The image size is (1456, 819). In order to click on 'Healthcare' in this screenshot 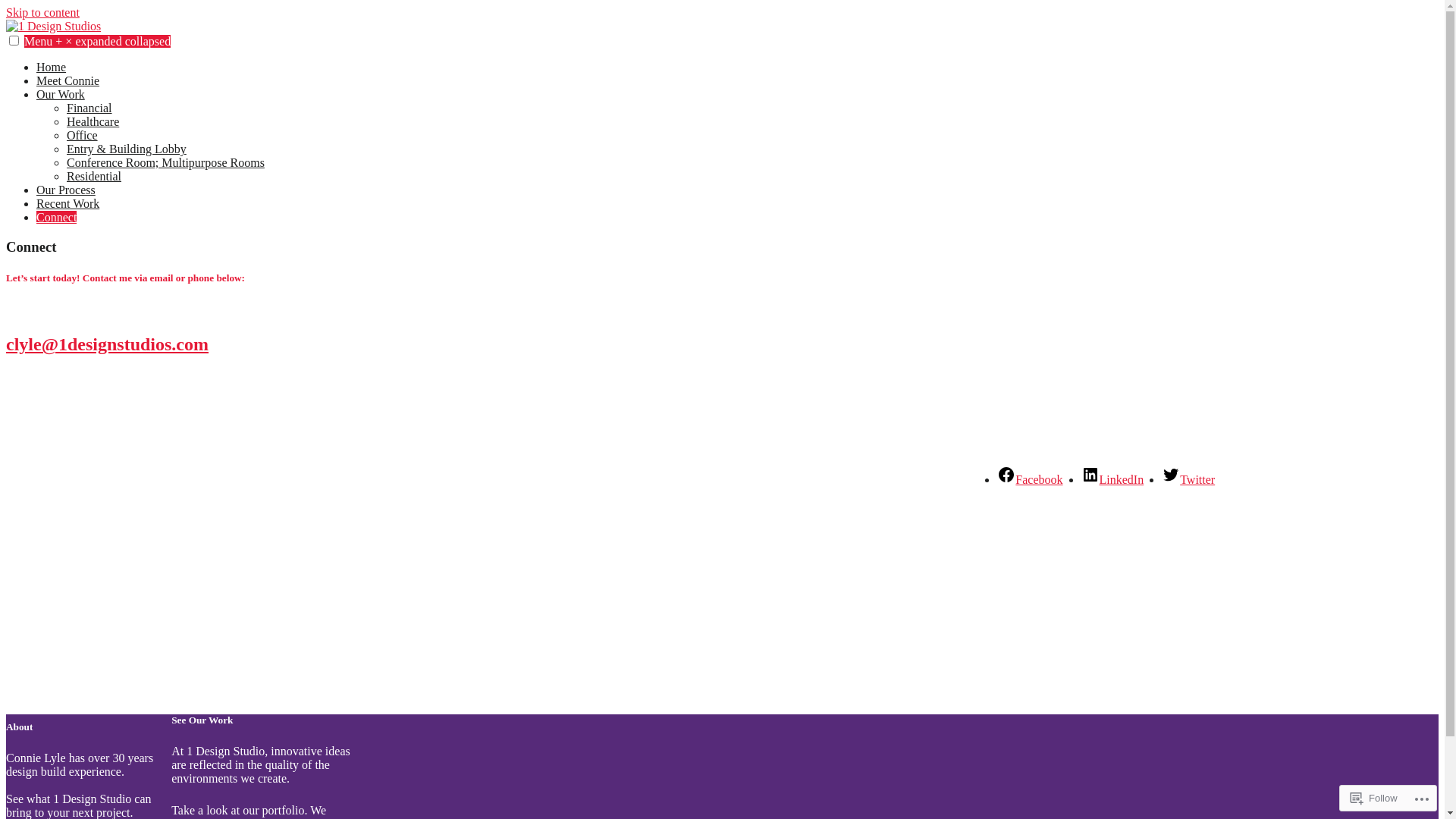, I will do `click(65, 121)`.